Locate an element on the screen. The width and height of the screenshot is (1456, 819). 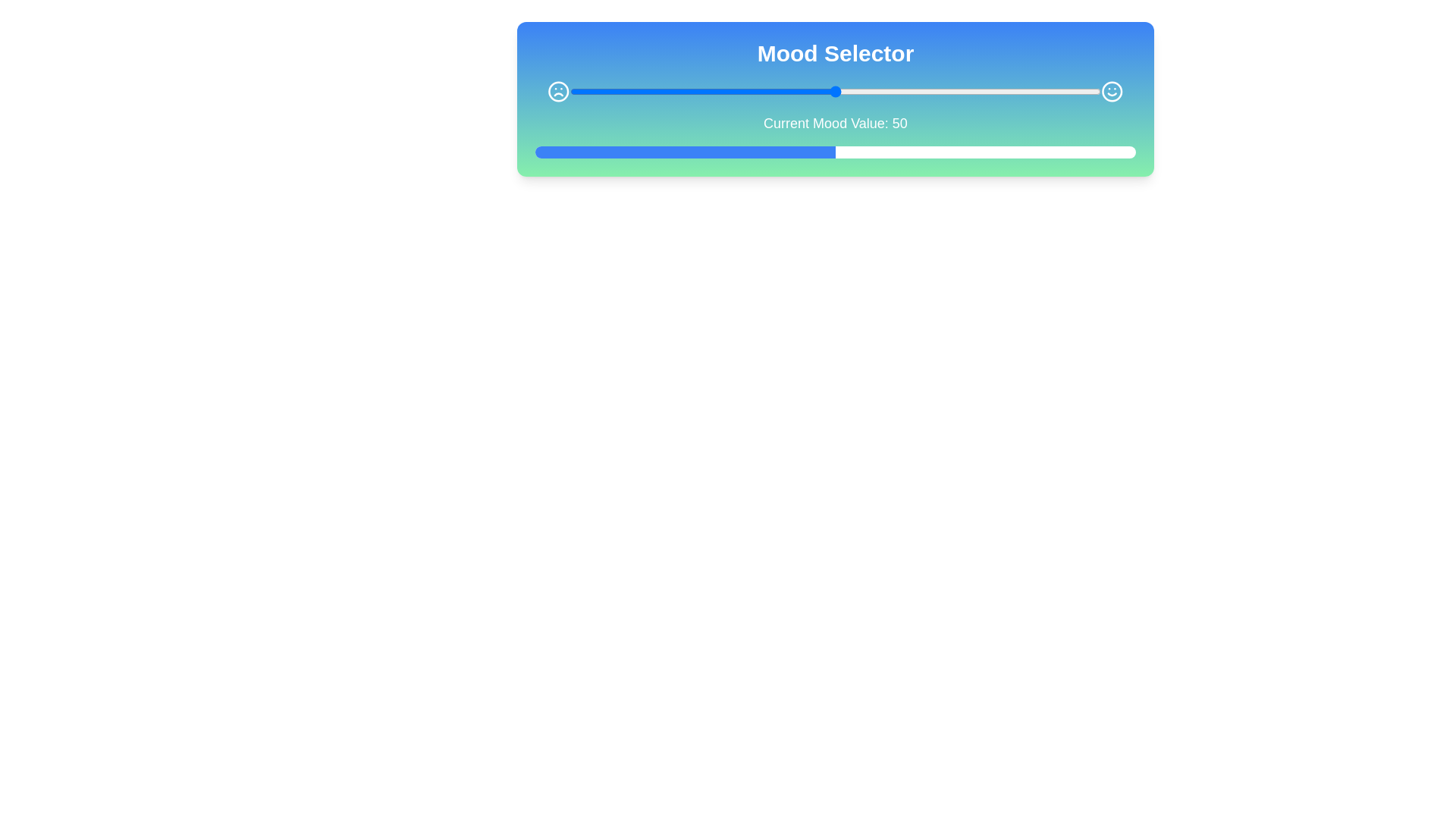
the mood slider is located at coordinates (670, 91).